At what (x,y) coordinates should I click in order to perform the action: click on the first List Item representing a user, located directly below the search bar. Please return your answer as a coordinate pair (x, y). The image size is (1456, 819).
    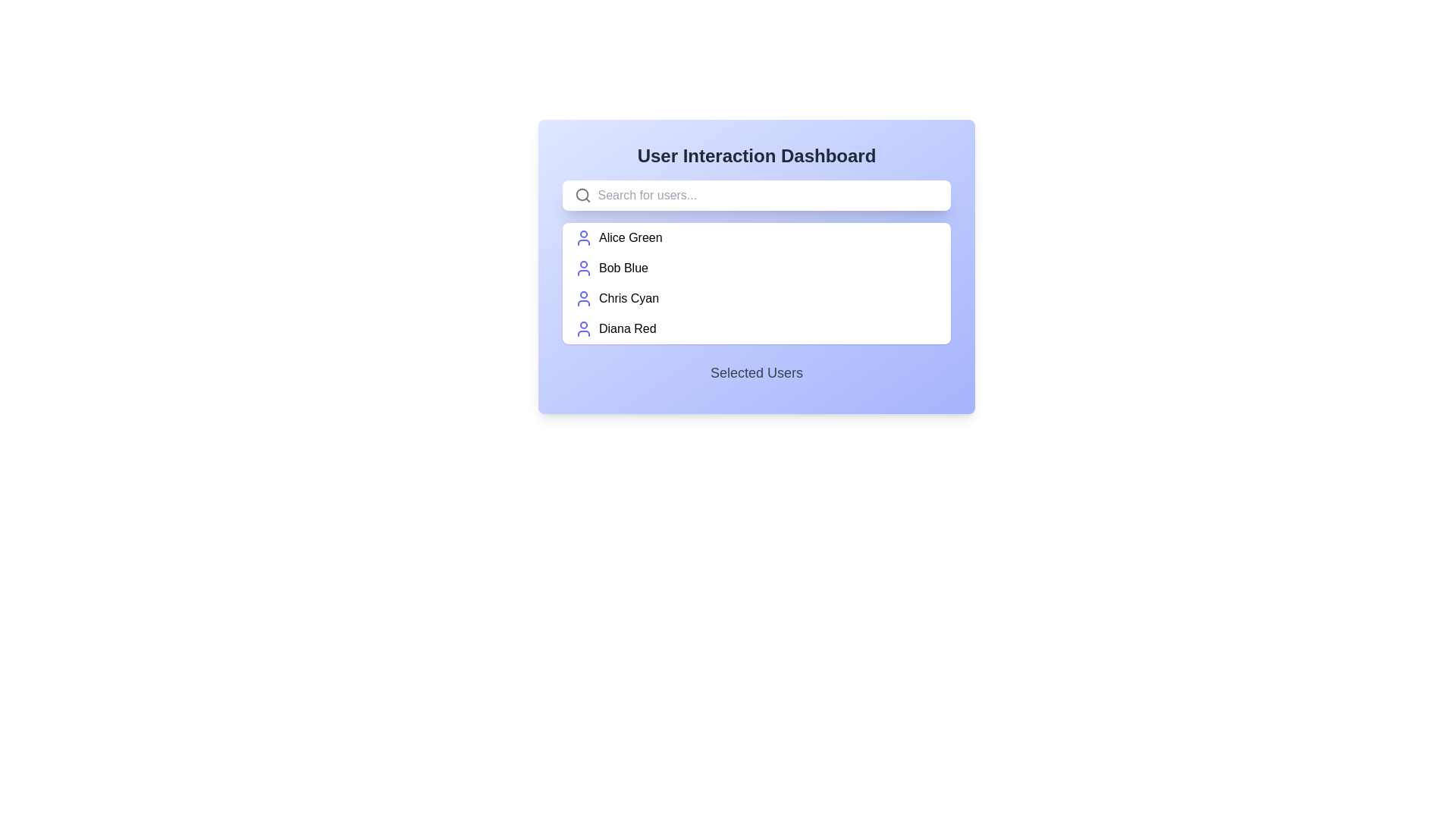
    Looking at the image, I should click on (757, 237).